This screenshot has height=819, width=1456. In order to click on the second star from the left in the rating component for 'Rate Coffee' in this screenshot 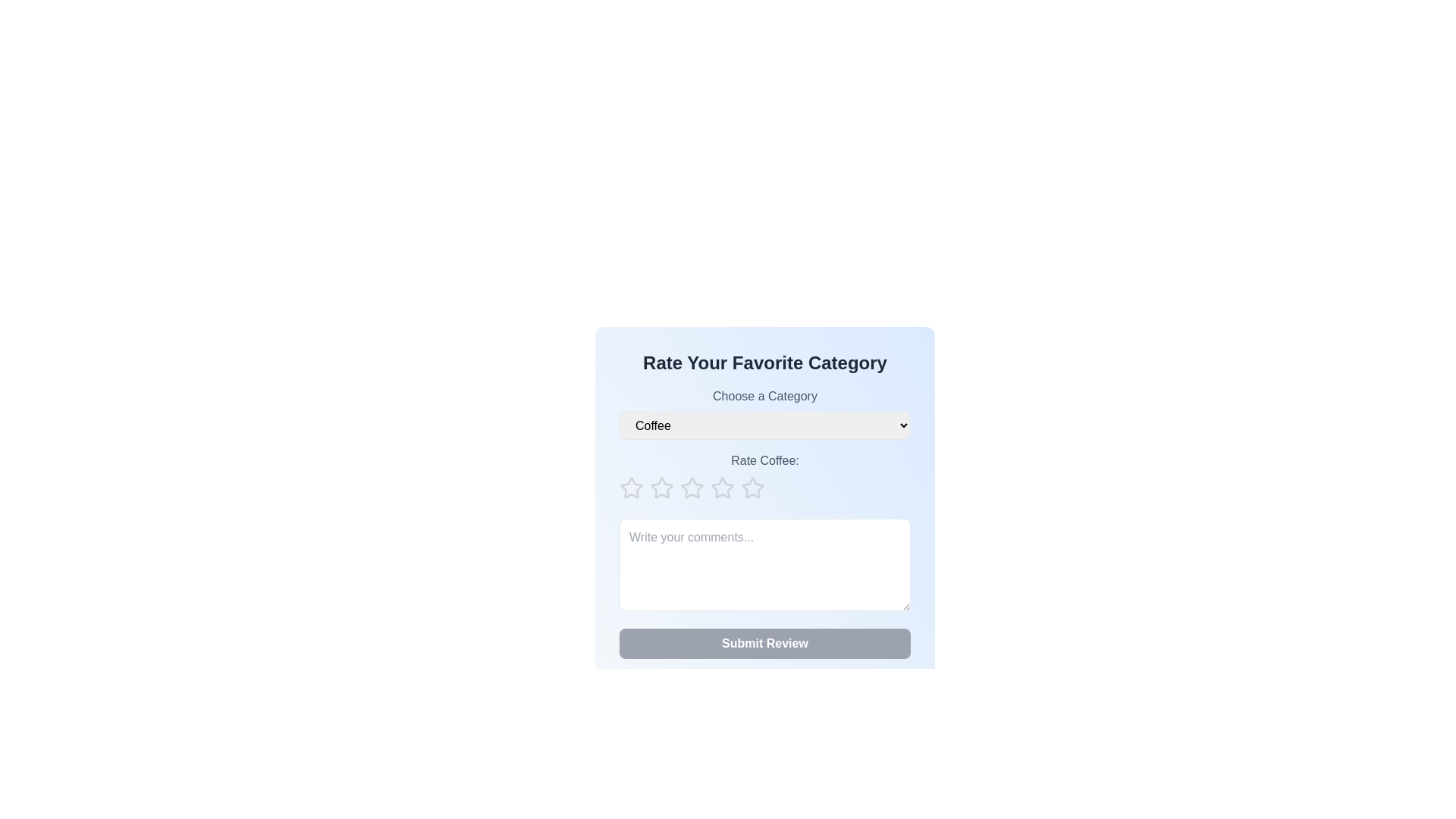, I will do `click(691, 488)`.